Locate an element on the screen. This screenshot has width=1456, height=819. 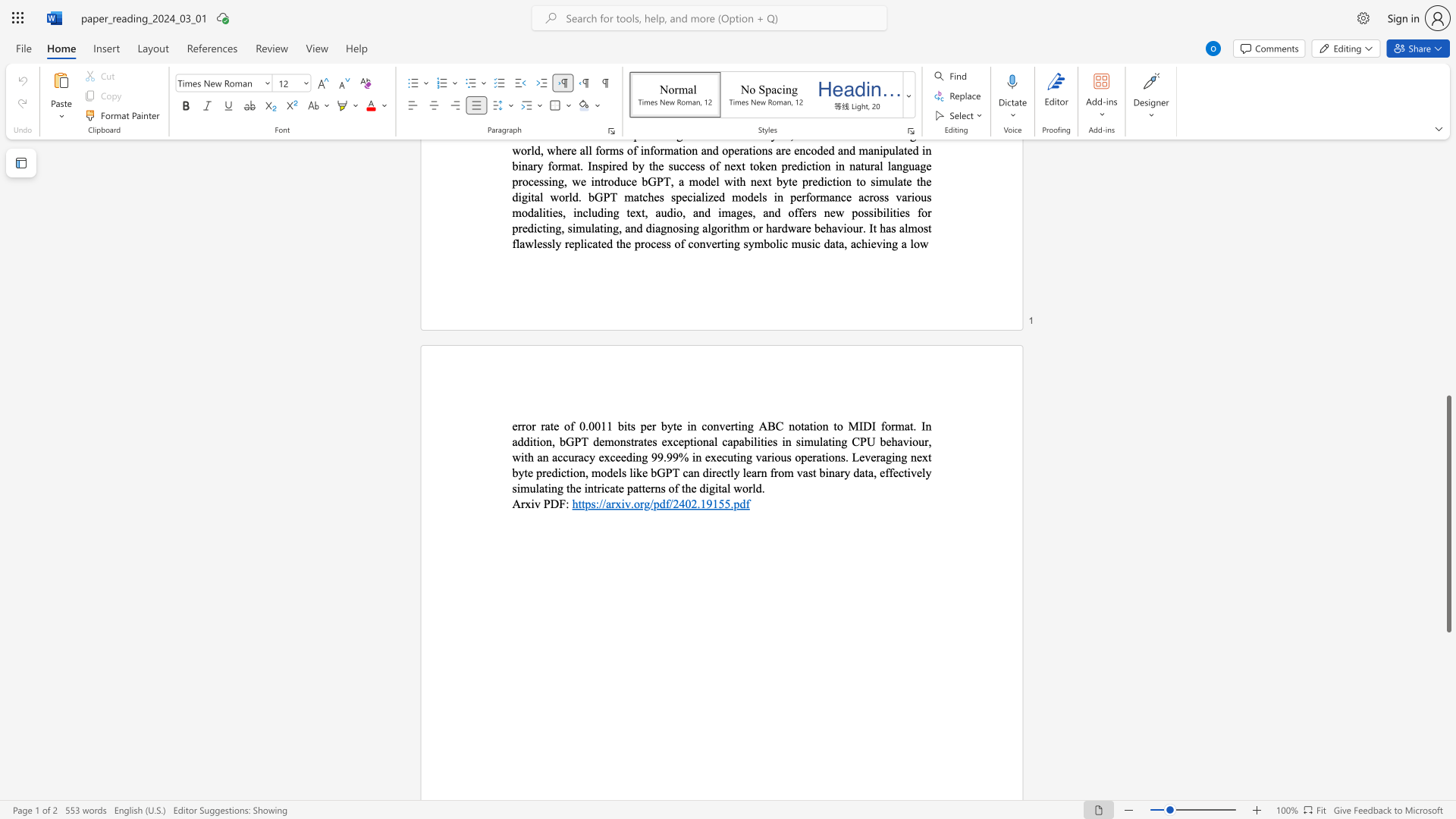
the scrollbar to adjust the page upward is located at coordinates (1448, 341).